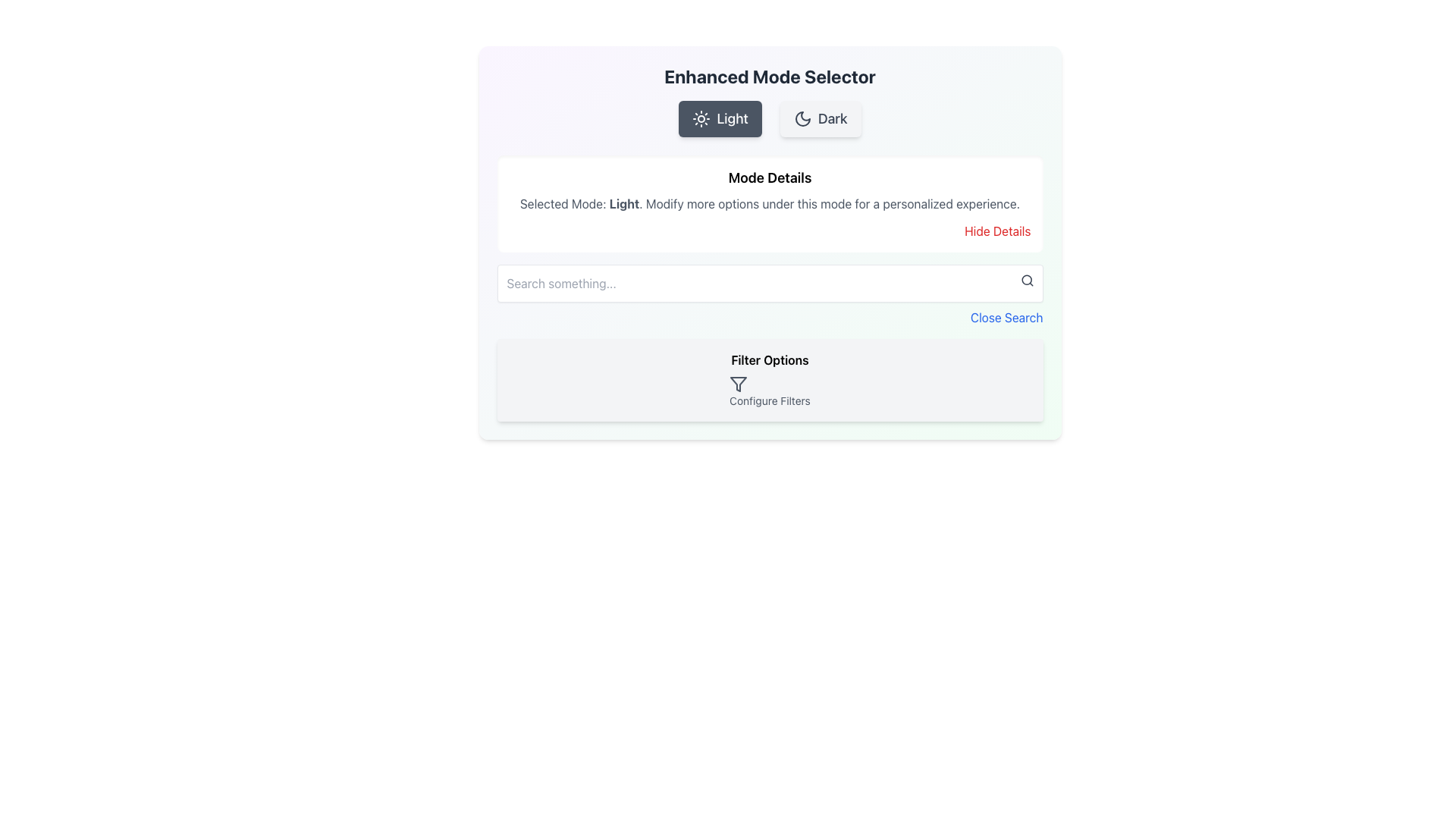 This screenshot has height=819, width=1456. What do you see at coordinates (770, 76) in the screenshot?
I see `the Text Label that serves as the title or header for the section indicating the purpose of the interface below it, specifically for the mode selection menu` at bounding box center [770, 76].